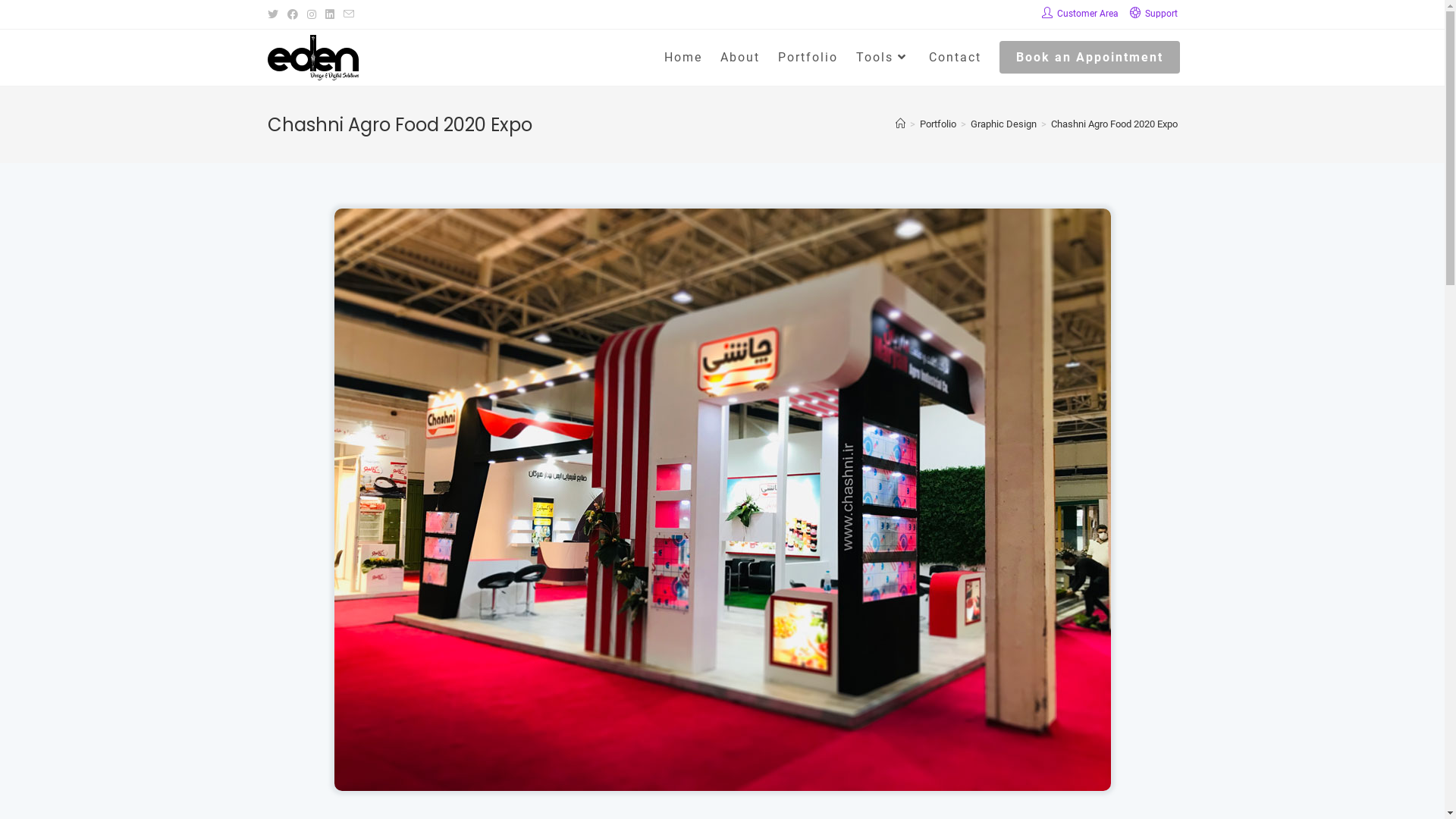 Image resolution: width=1456 pixels, height=819 pixels. Describe the element at coordinates (1062, 635) in the screenshot. I see `'T-Shirt Print'` at that location.